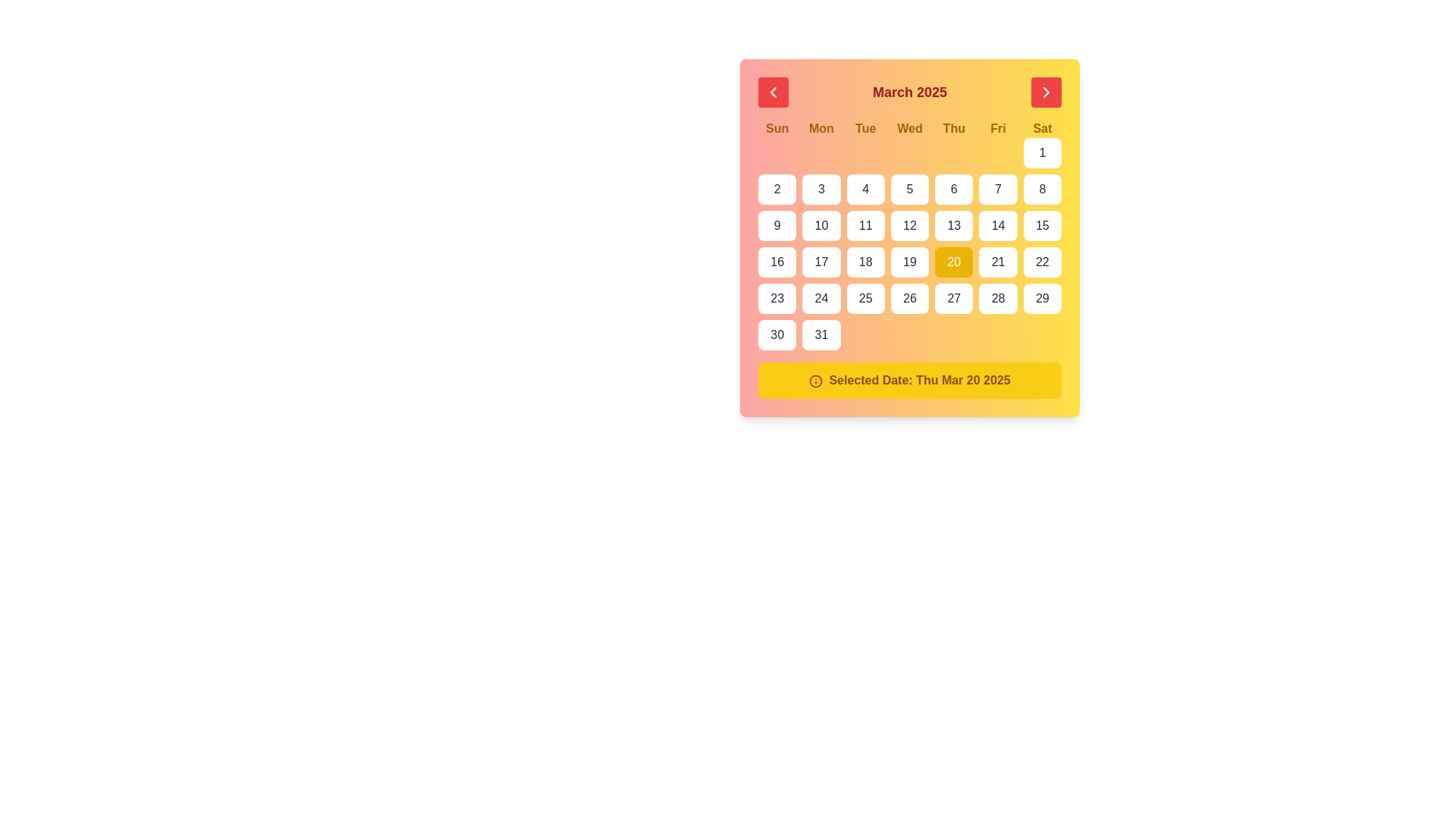 The width and height of the screenshot is (1456, 819). Describe the element at coordinates (953, 225) in the screenshot. I see `the square-shaped button with rounded corners labeled '13' in the calendar interface to trigger the hover effect` at that location.